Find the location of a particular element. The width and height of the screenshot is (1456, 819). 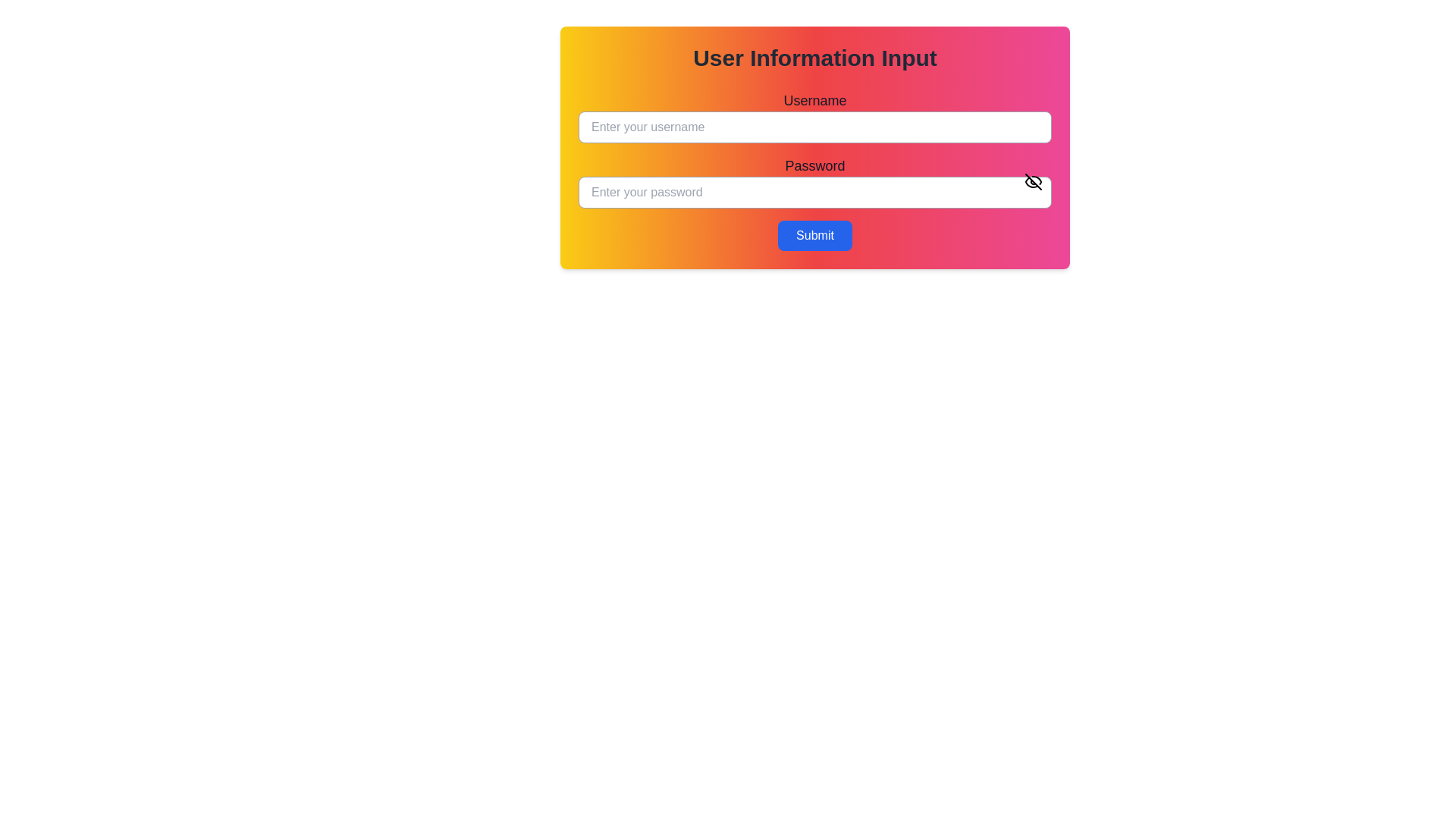

the password label element that guides users on what information to input, which is located below the 'Username' label and above the password input field is located at coordinates (814, 166).